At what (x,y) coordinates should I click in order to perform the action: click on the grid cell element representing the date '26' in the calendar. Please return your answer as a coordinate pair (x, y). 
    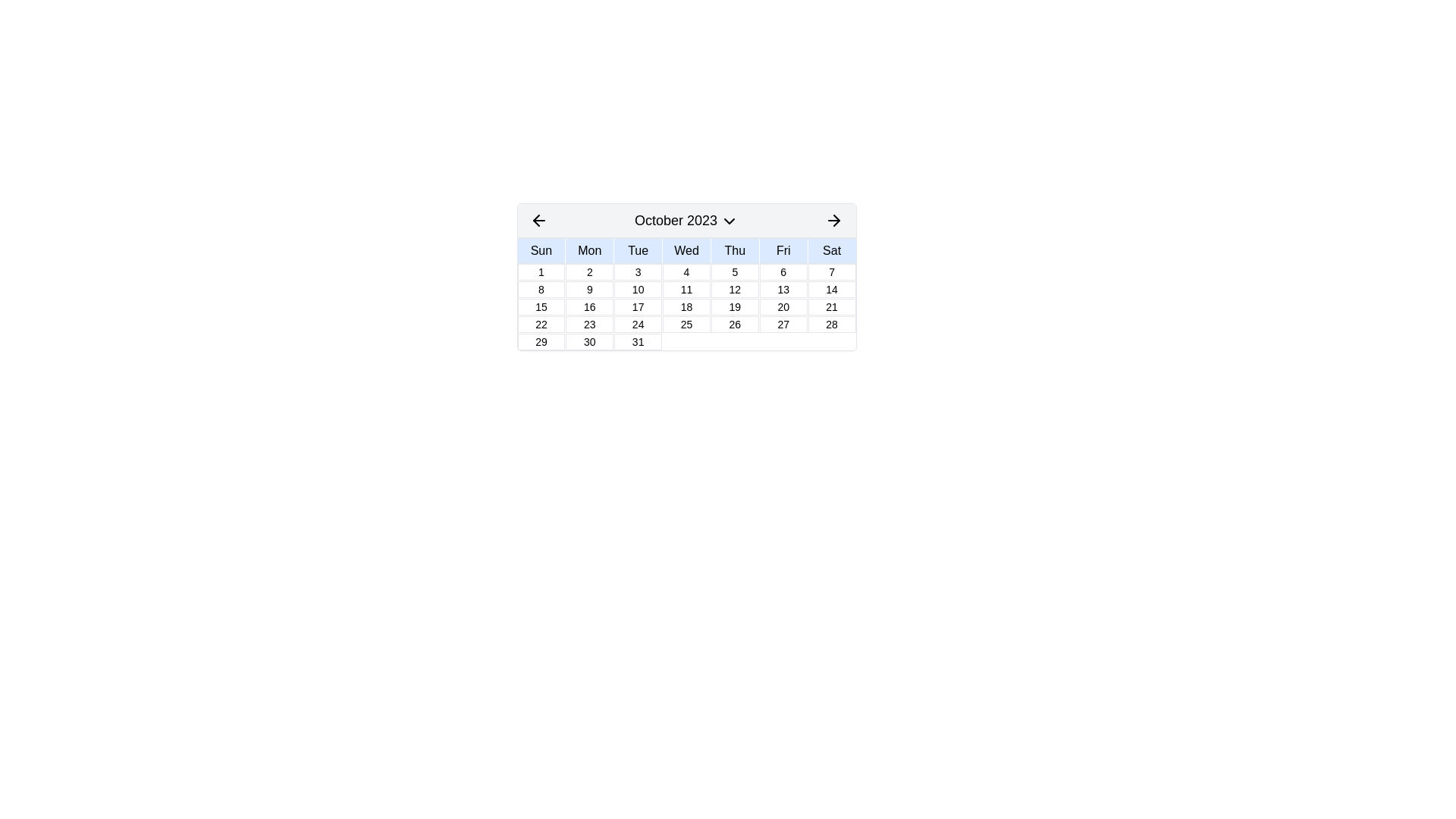
    Looking at the image, I should click on (735, 324).